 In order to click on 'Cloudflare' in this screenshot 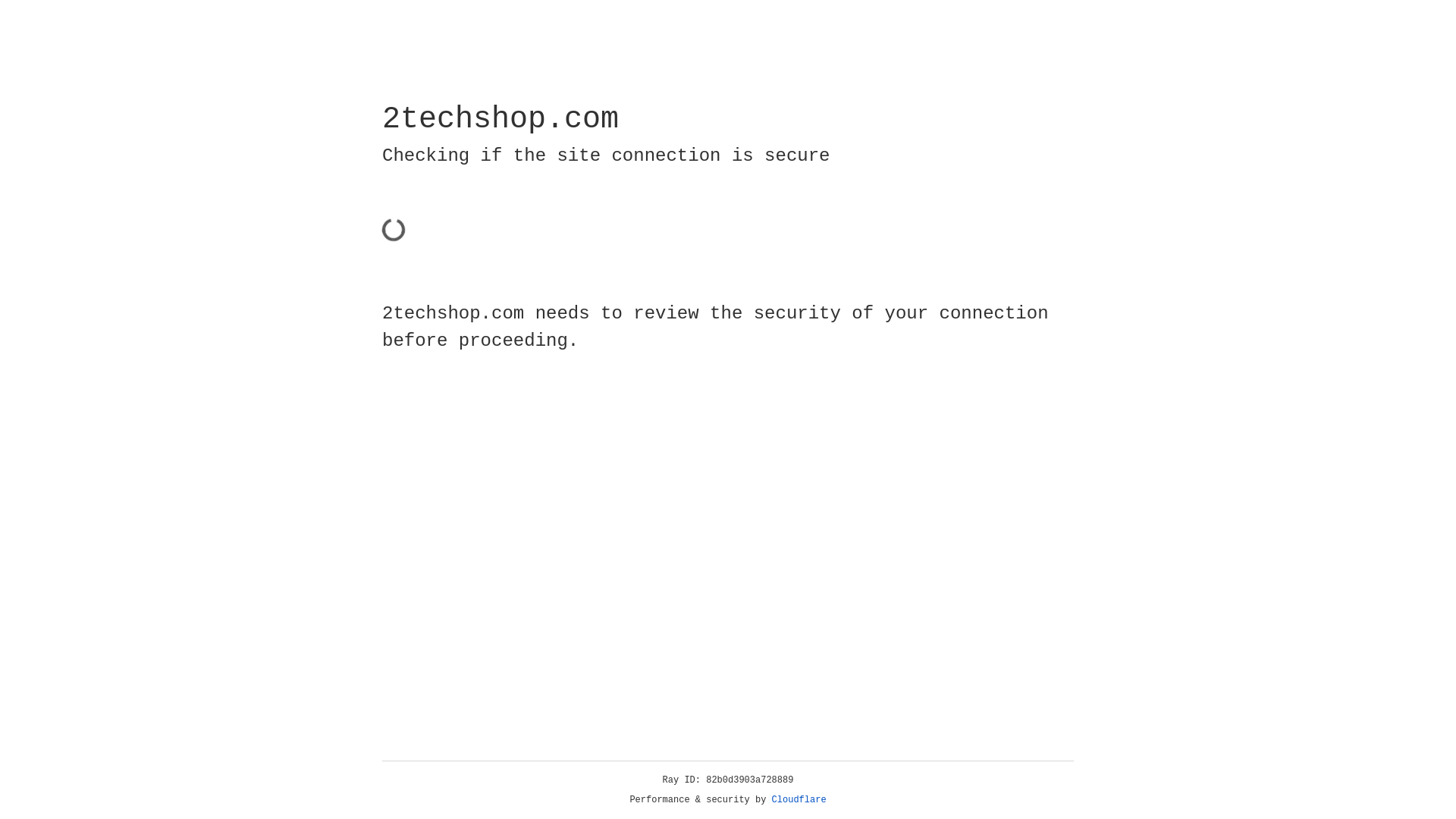, I will do `click(799, 799)`.